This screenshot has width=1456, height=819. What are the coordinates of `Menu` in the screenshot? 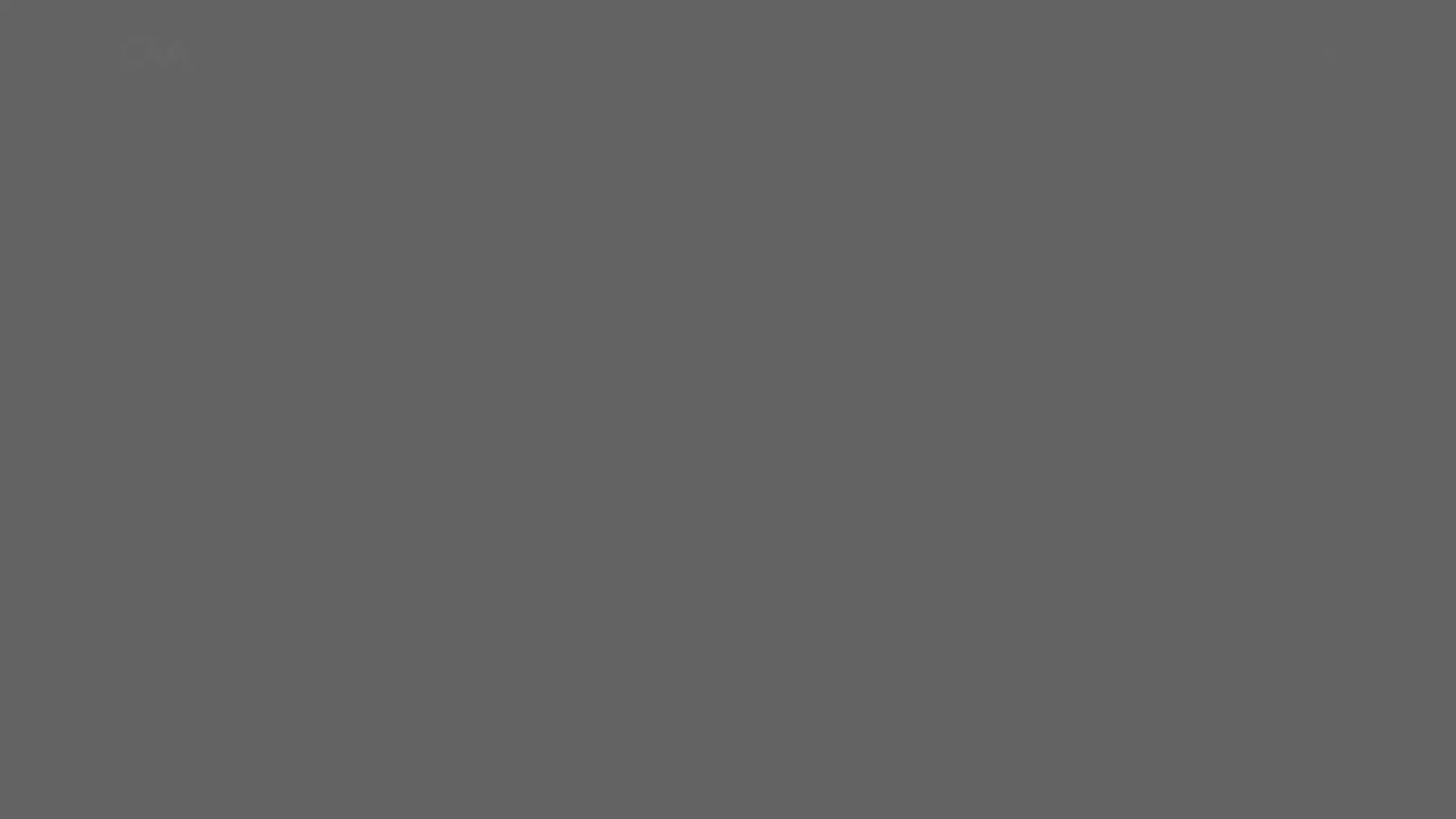 It's located at (1323, 56).